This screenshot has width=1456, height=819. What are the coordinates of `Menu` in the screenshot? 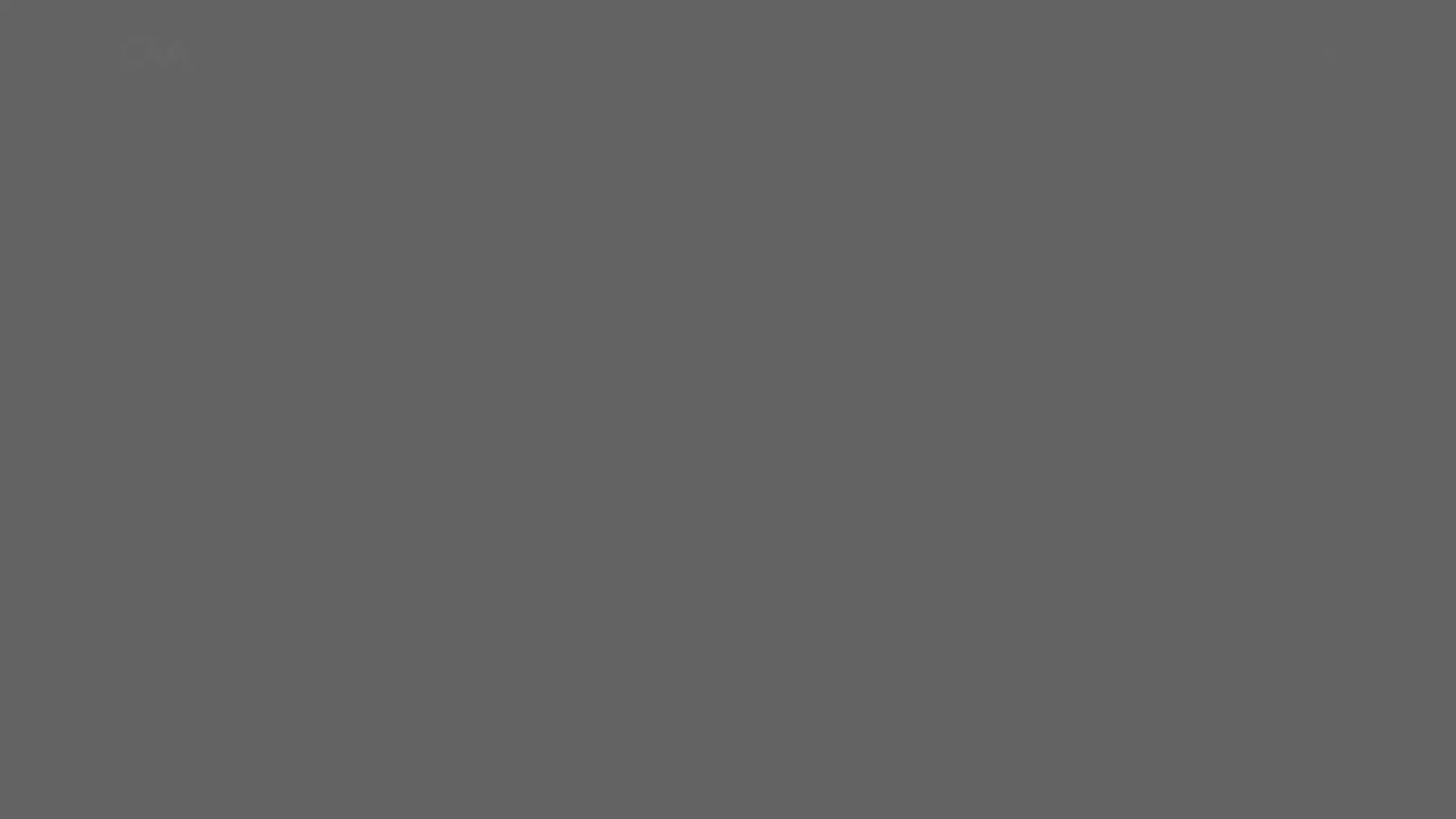 It's located at (1323, 56).